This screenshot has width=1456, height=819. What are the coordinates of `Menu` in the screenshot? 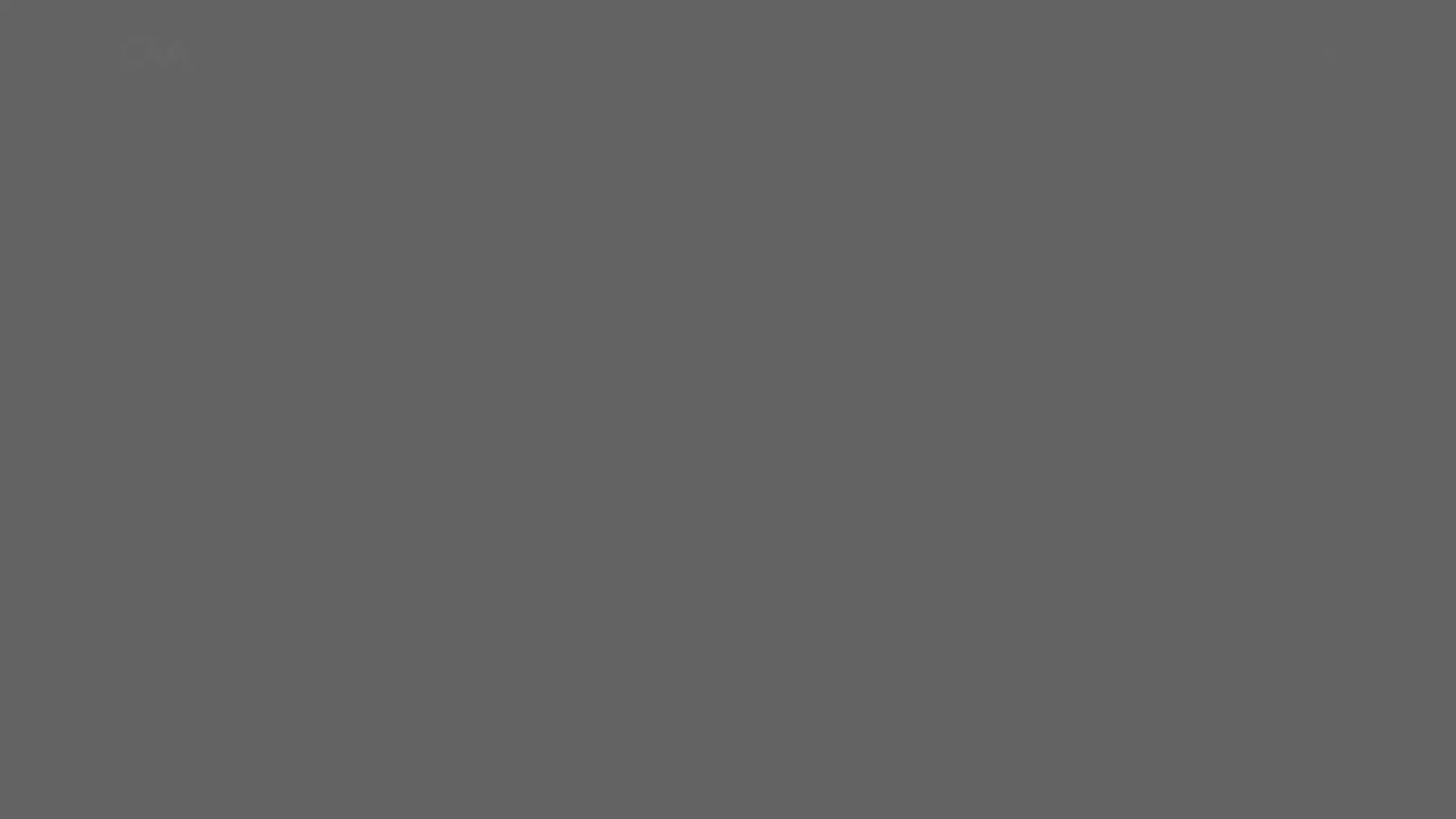 It's located at (1323, 56).